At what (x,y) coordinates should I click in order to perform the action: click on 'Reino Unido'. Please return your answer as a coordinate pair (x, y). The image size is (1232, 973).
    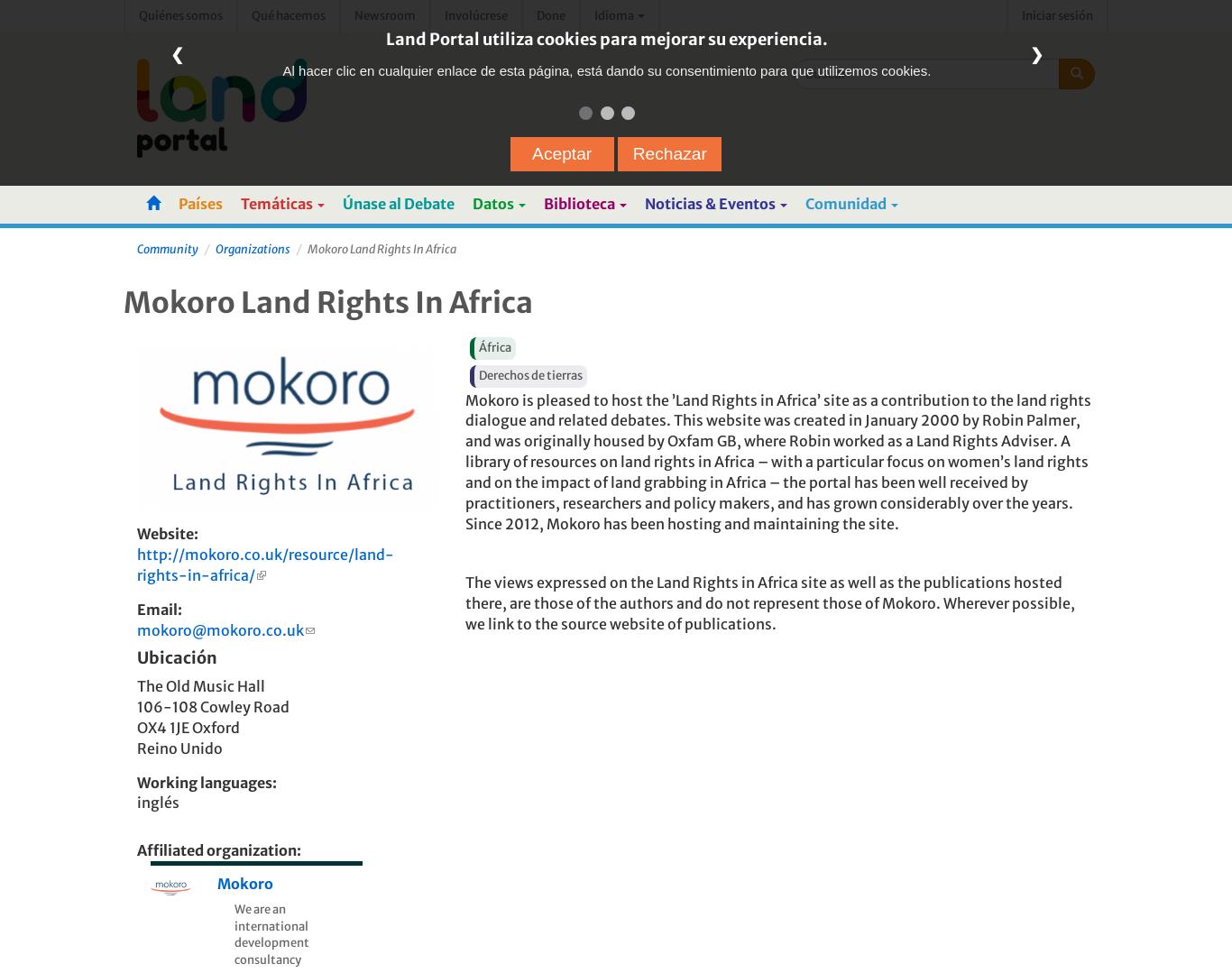
    Looking at the image, I should click on (178, 746).